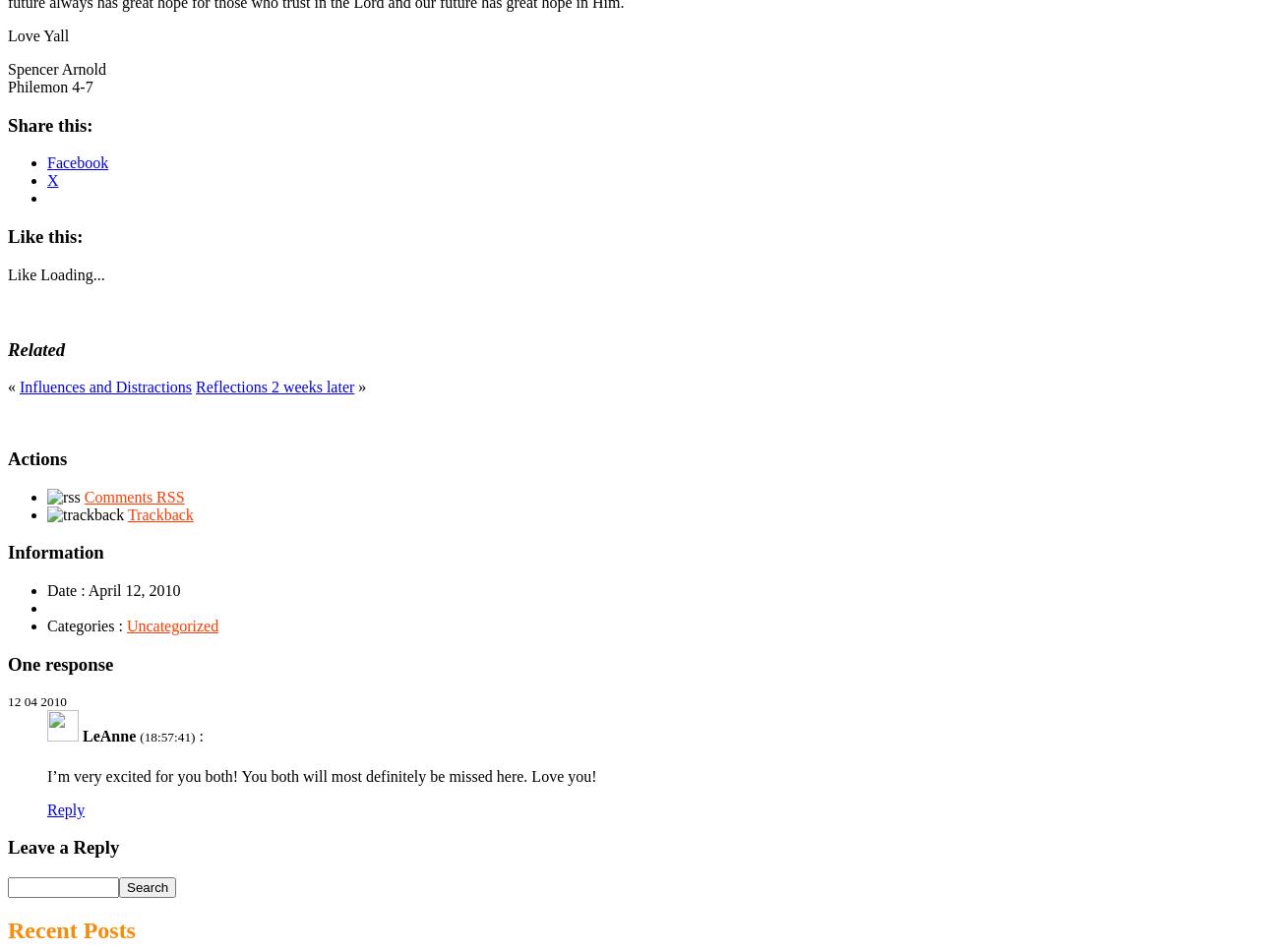 This screenshot has height=952, width=1279. Describe the element at coordinates (35, 348) in the screenshot. I see `'Related'` at that location.